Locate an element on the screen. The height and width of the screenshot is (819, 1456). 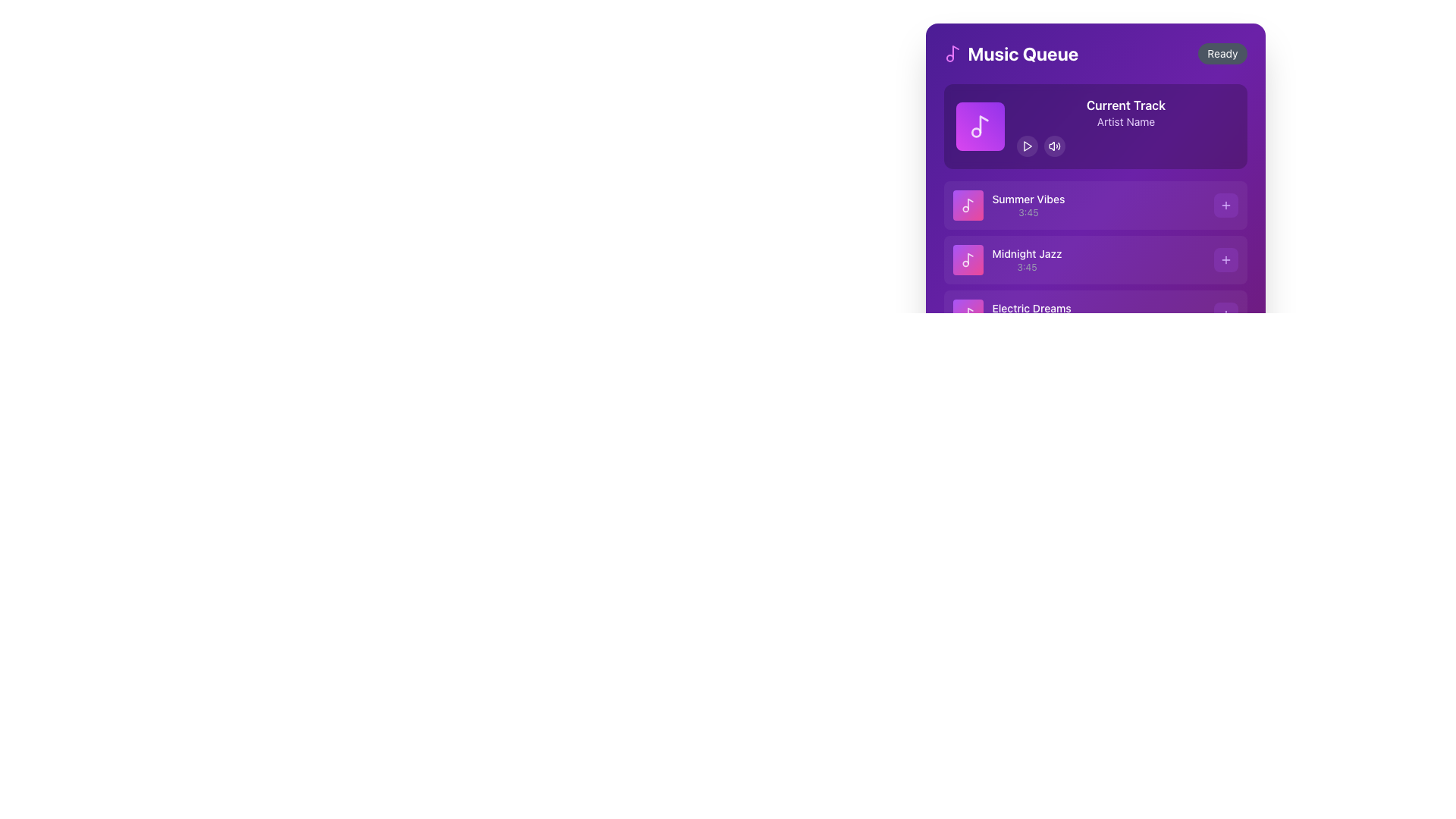
music note icon styled within a gradient background, which is the first icon in the second row of the music queue interface is located at coordinates (967, 205).